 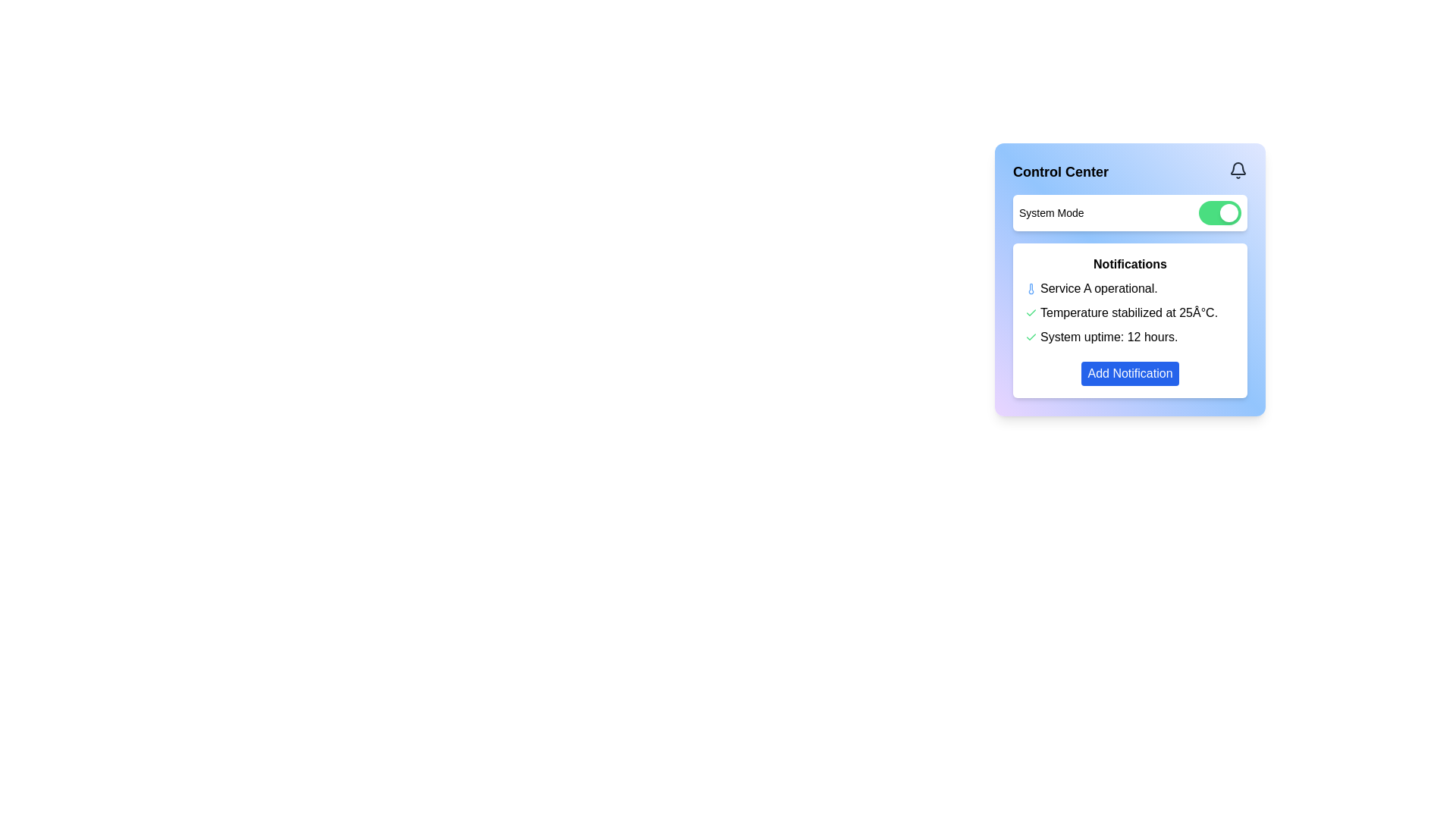 What do you see at coordinates (1130, 263) in the screenshot?
I see `the Text Label element` at bounding box center [1130, 263].